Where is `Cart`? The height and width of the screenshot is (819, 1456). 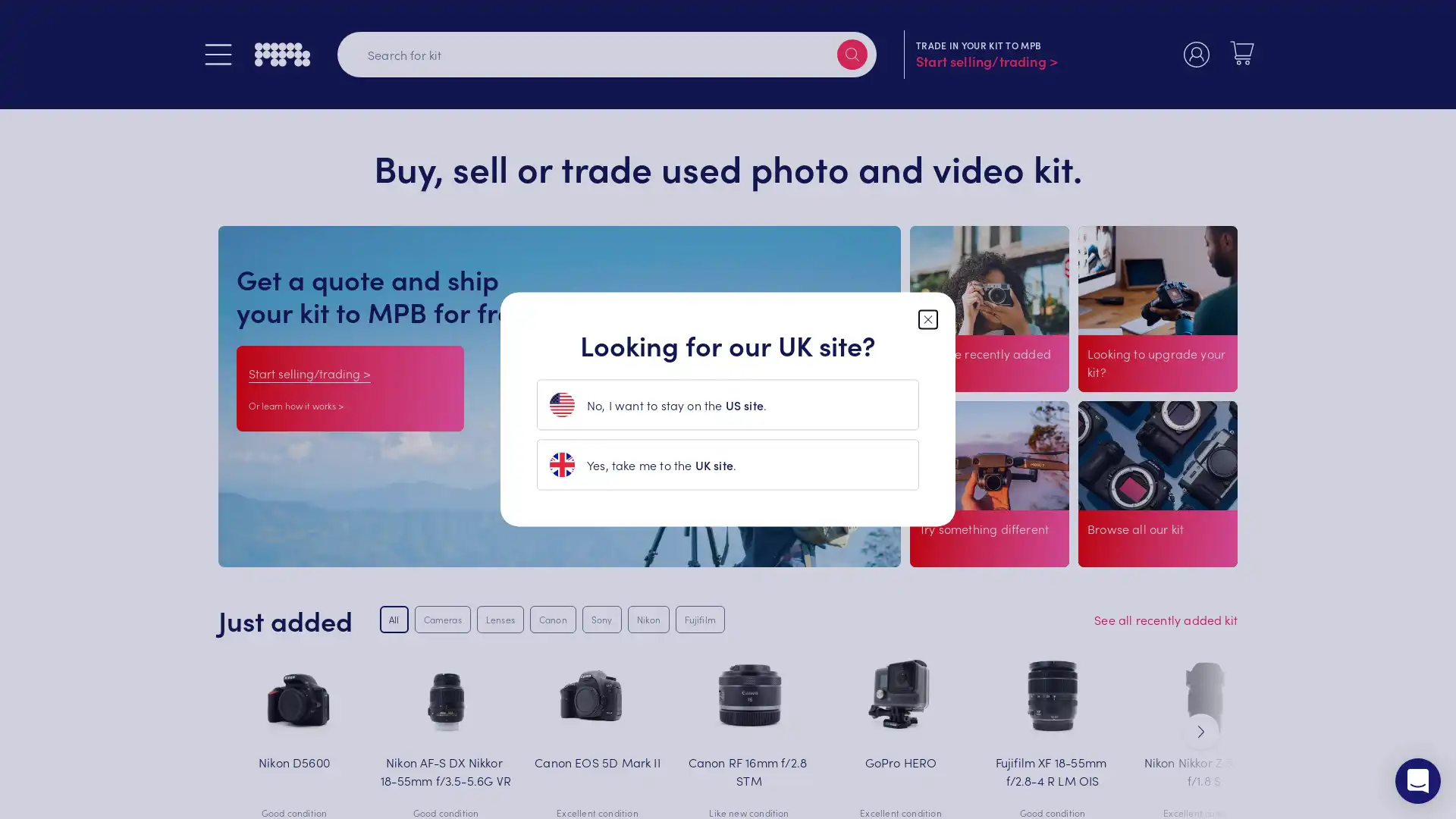 Cart is located at coordinates (1241, 52).